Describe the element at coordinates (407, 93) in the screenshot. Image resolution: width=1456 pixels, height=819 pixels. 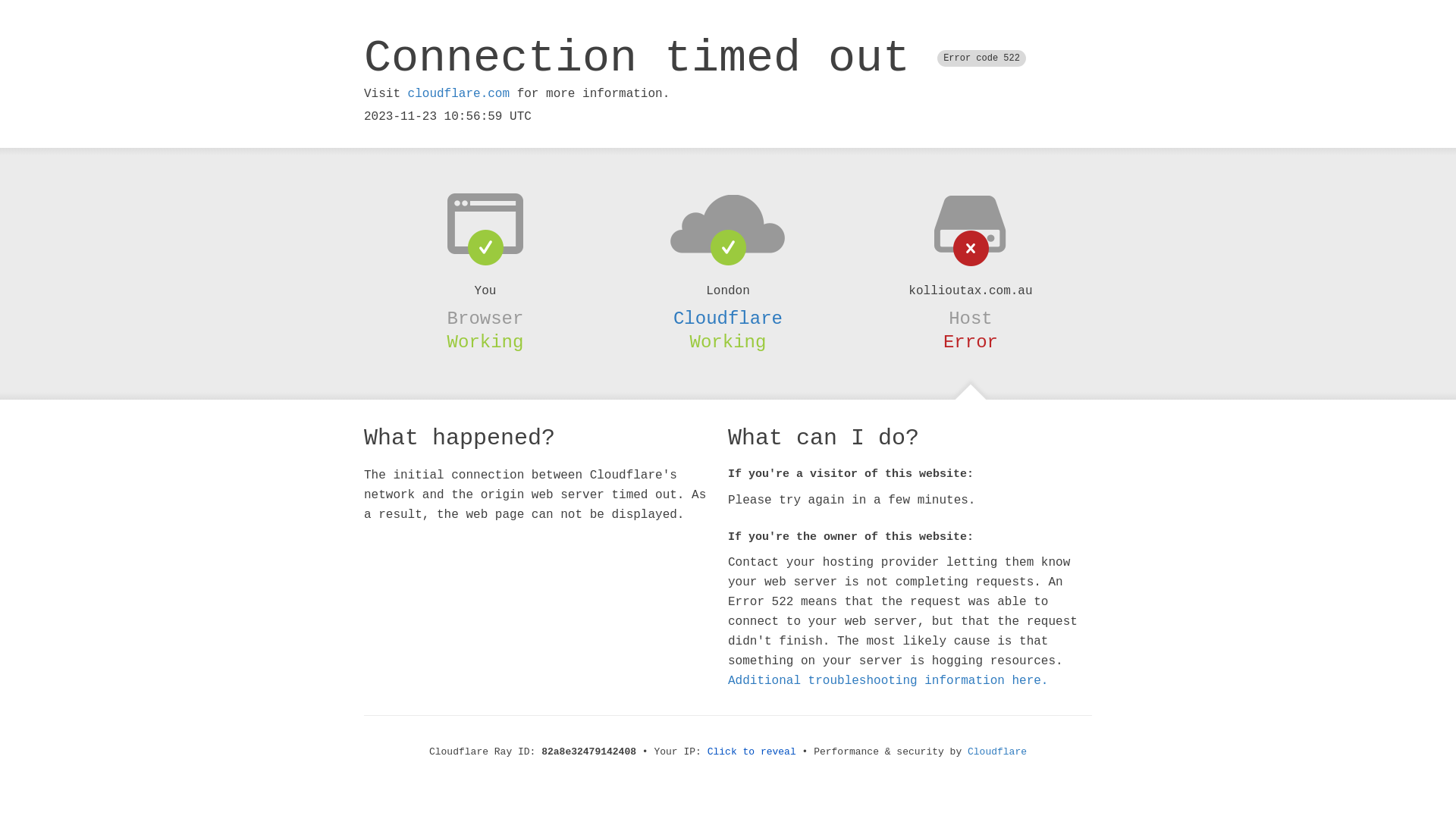
I see `'cloudflare.com'` at that location.